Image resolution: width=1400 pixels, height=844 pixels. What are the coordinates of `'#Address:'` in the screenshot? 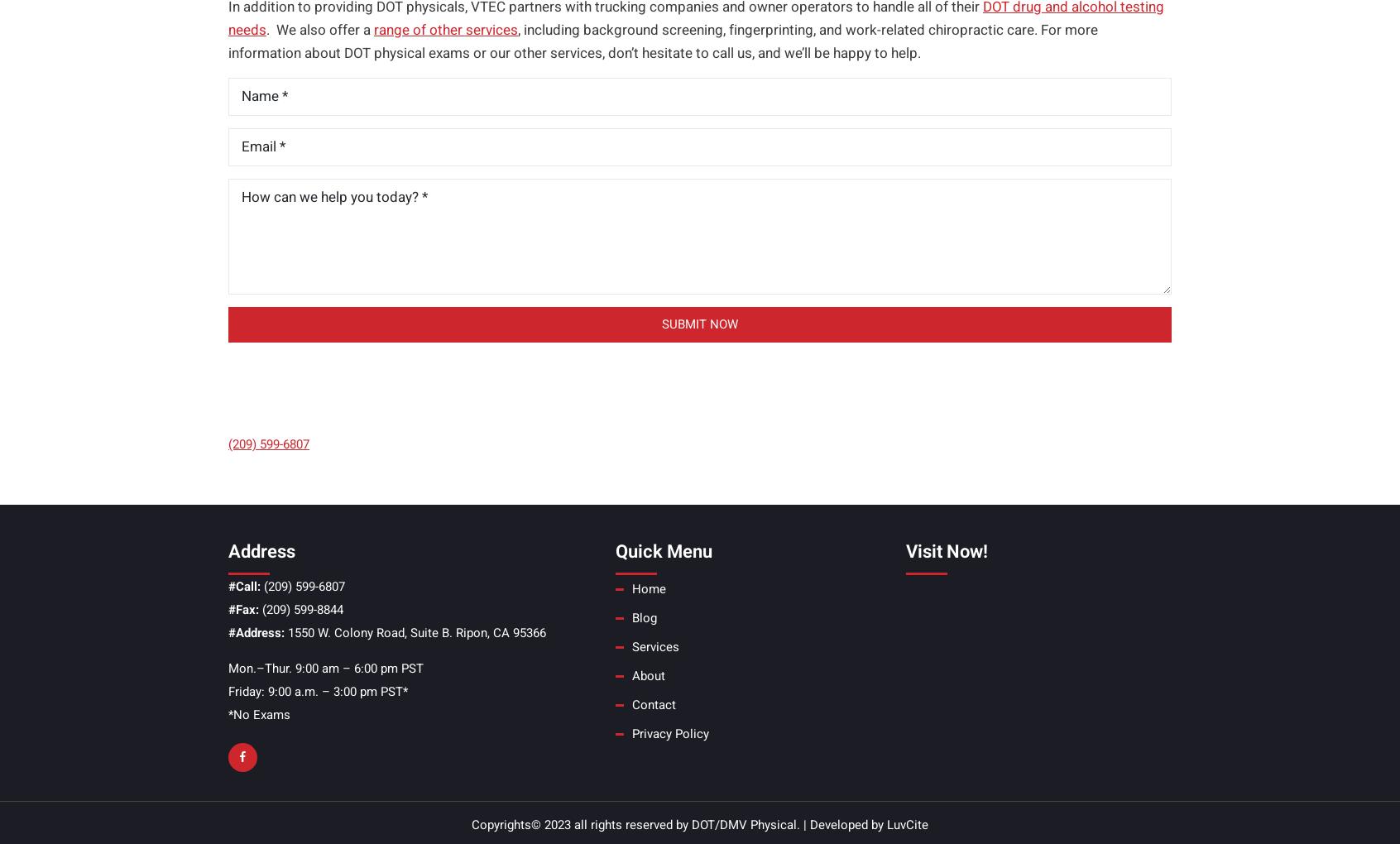 It's located at (255, 631).